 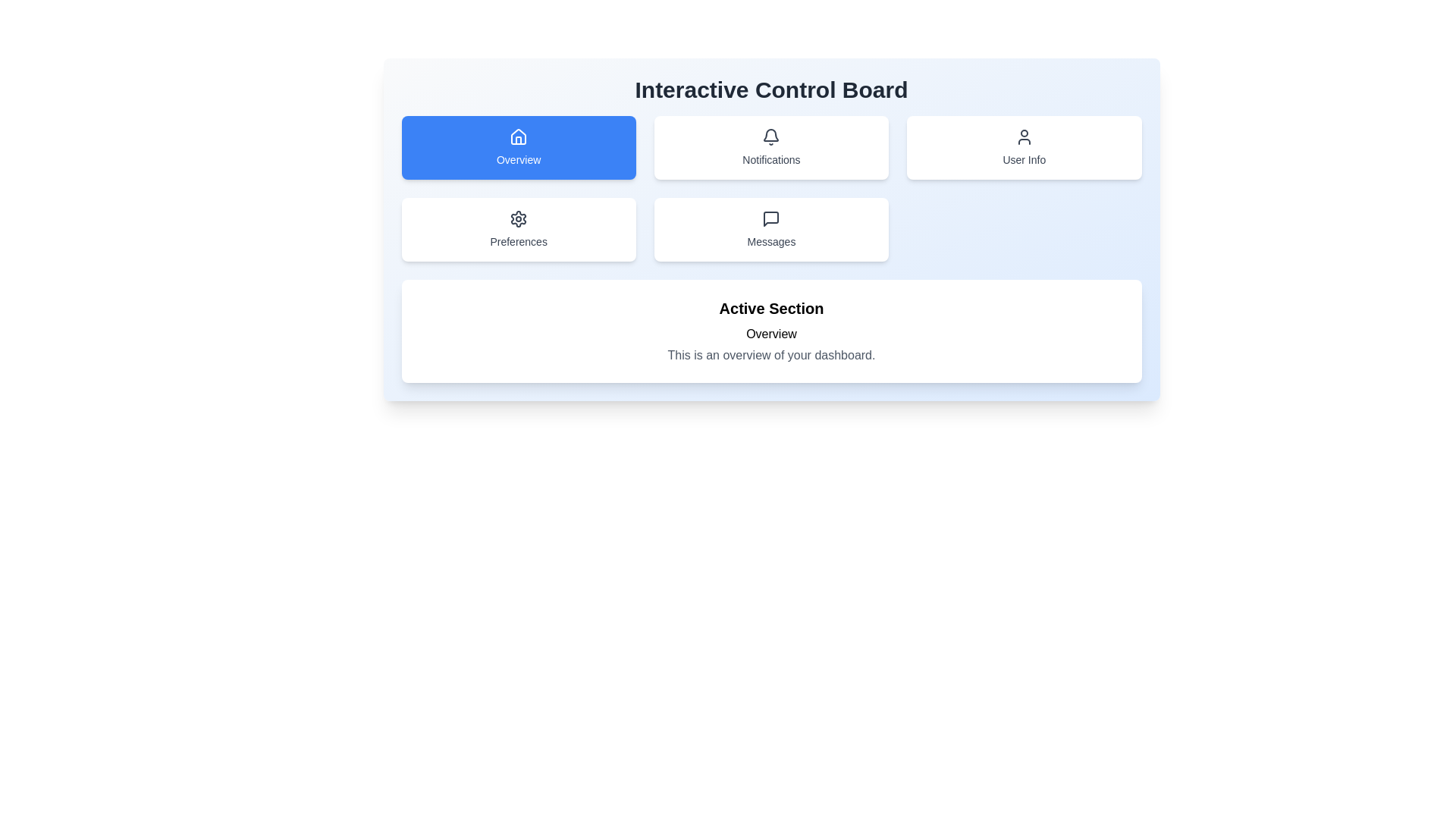 What do you see at coordinates (771, 230) in the screenshot?
I see `the button located on the right side of the second row in the grid layout, just below the 'Notifications' button, to trigger a visual change` at bounding box center [771, 230].